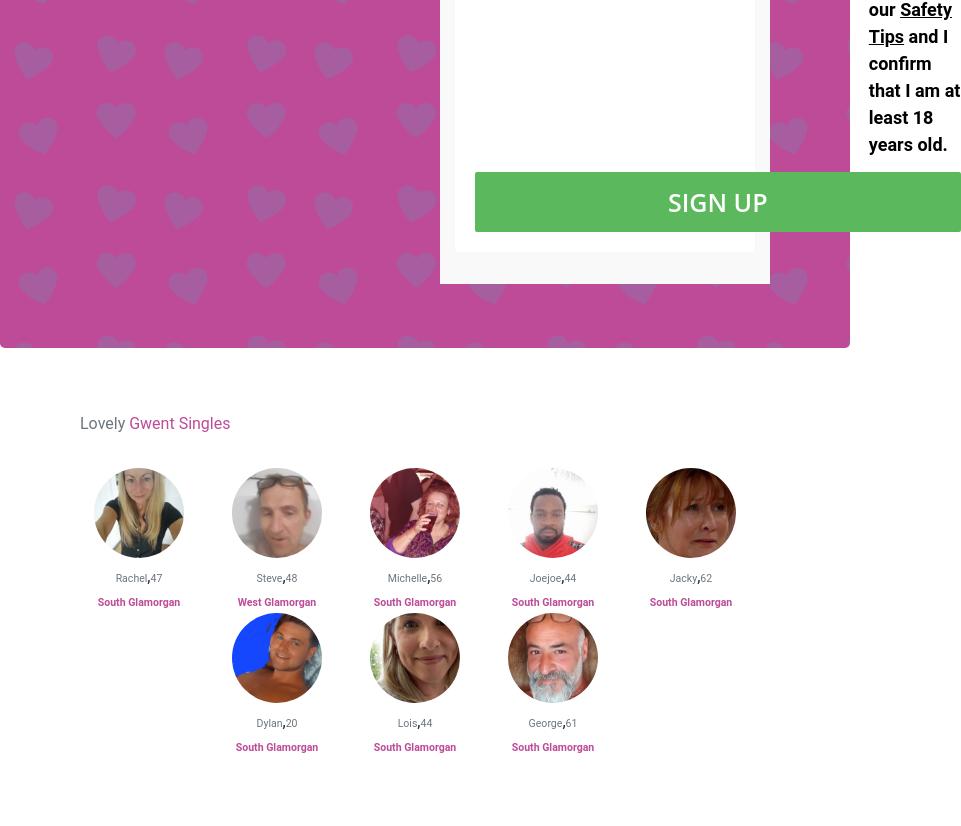 The height and width of the screenshot is (826, 961). What do you see at coordinates (570, 723) in the screenshot?
I see `'61'` at bounding box center [570, 723].